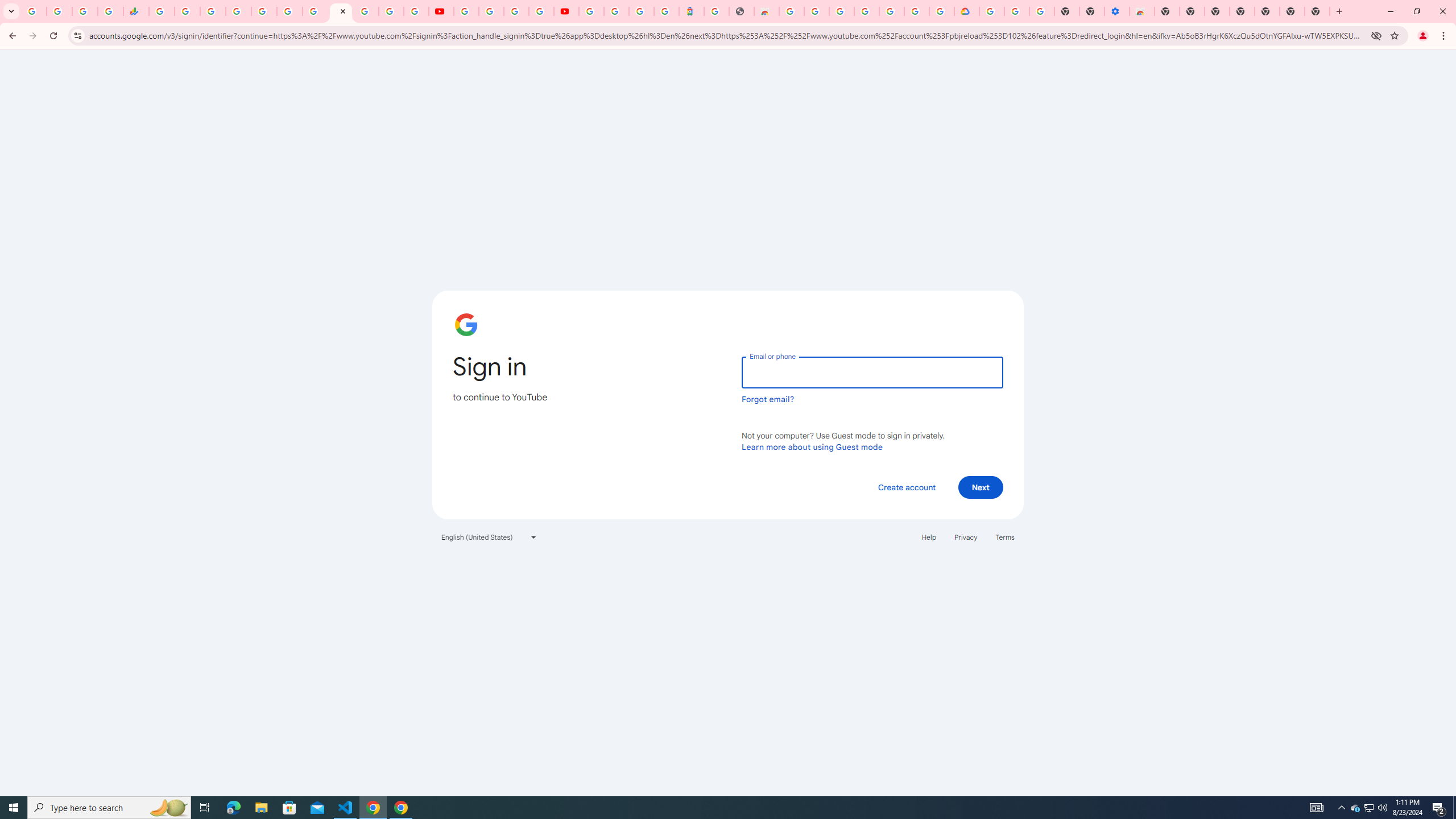 This screenshot has width=1456, height=819. Describe the element at coordinates (816, 11) in the screenshot. I see `'Ad Settings'` at that location.